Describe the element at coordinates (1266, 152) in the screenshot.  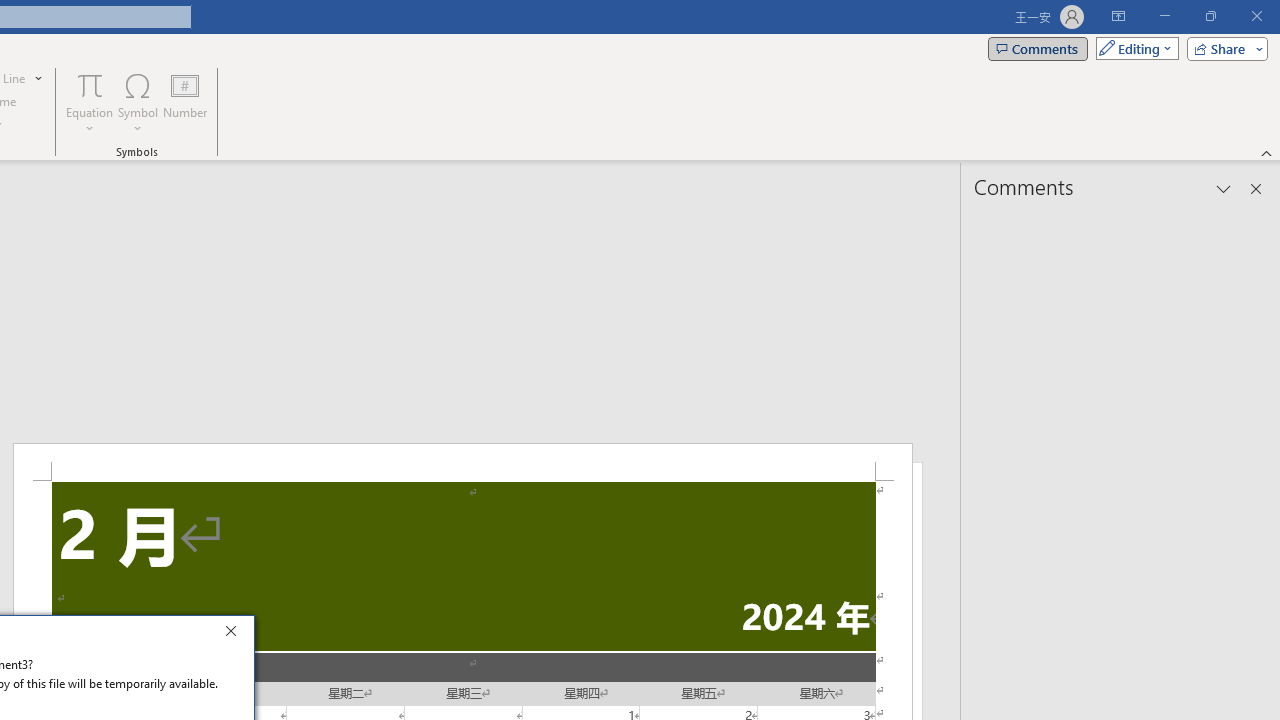
I see `'Collapse the Ribbon'` at that location.